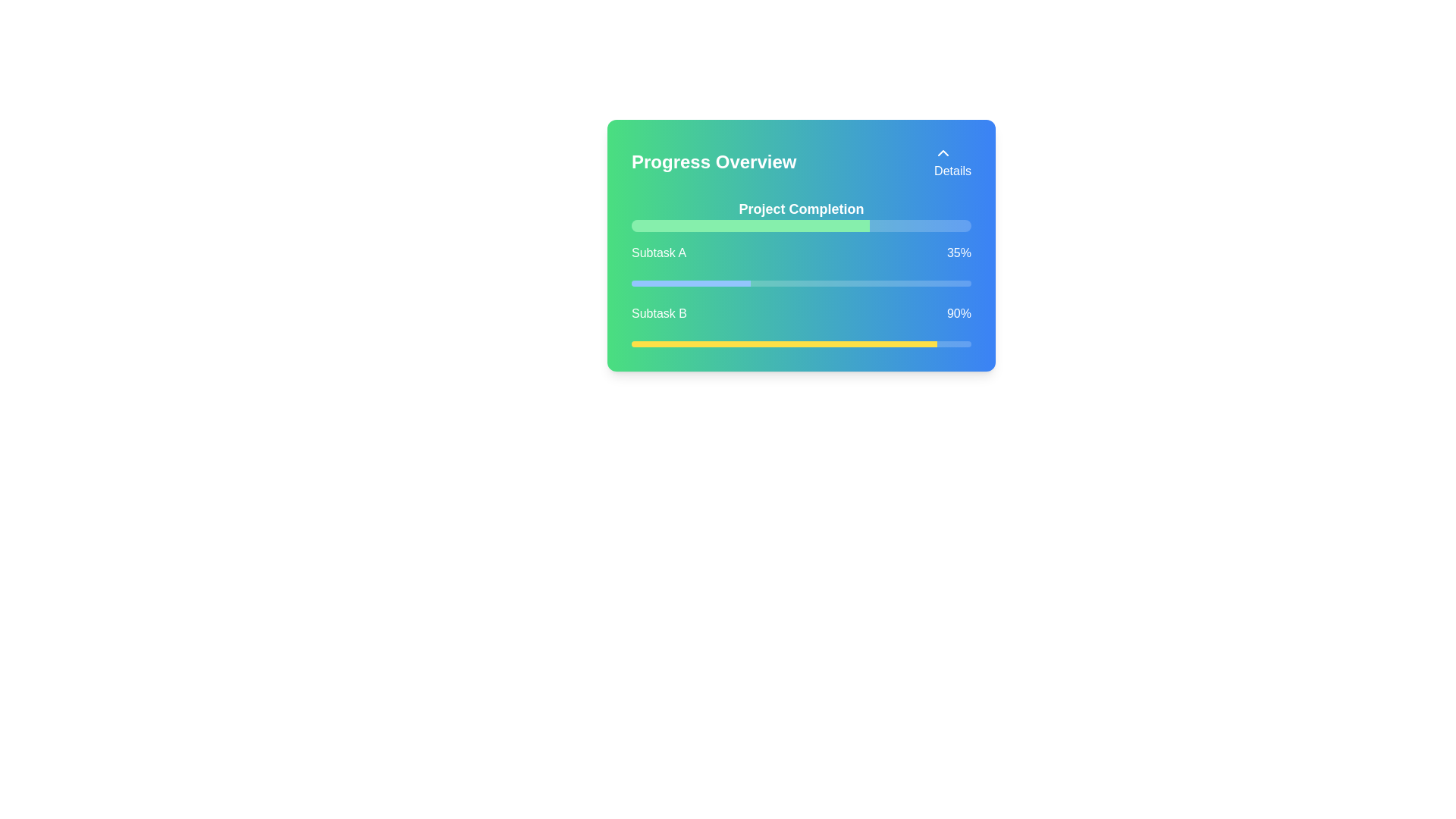 The height and width of the screenshot is (819, 1456). I want to click on progress bar located beneath the text 'Project Completion', which is a horizontal bar with a light gray background and a green filled section, indicating progress, so click(800, 225).